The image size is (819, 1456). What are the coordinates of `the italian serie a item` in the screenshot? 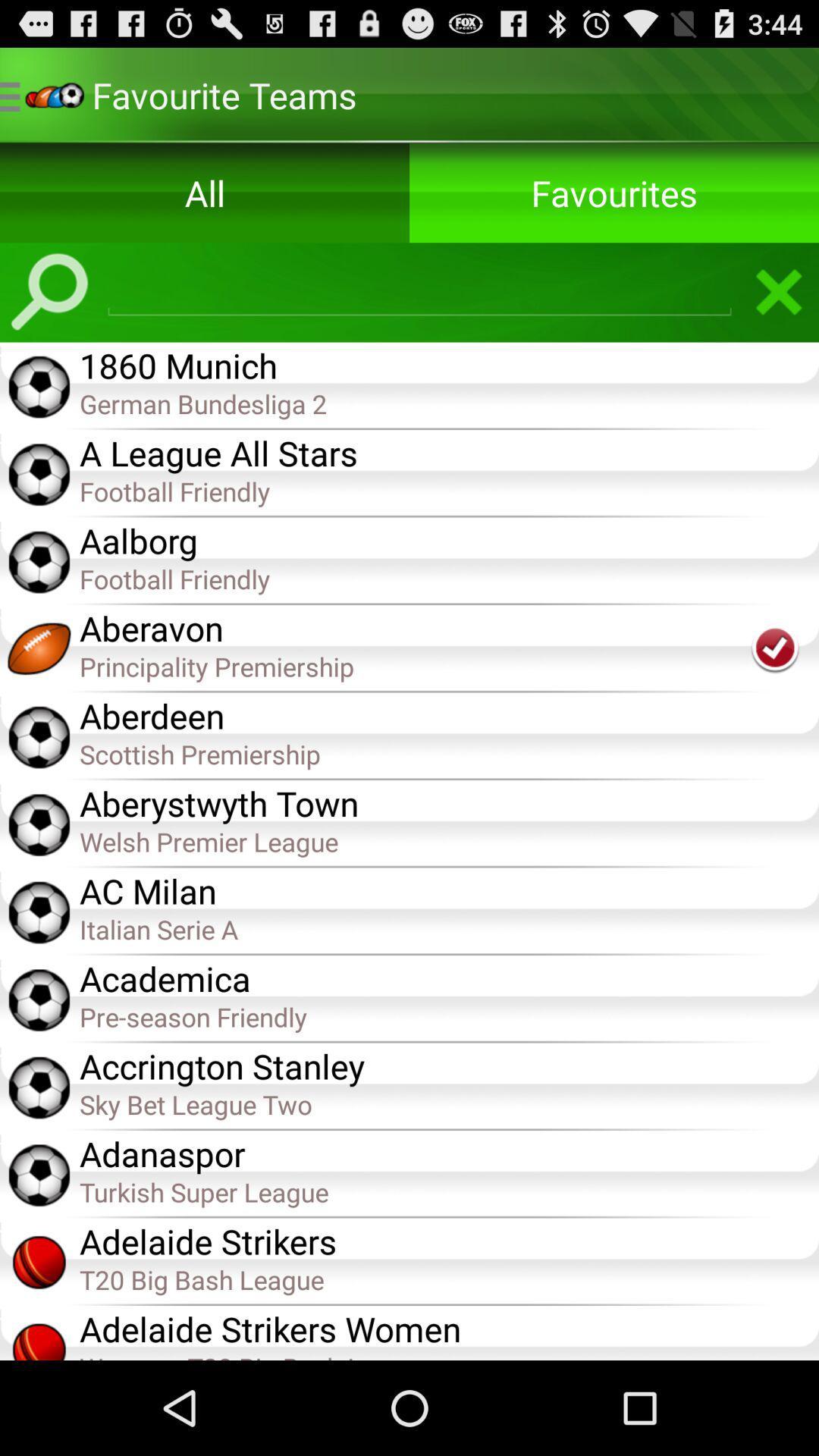 It's located at (448, 927).